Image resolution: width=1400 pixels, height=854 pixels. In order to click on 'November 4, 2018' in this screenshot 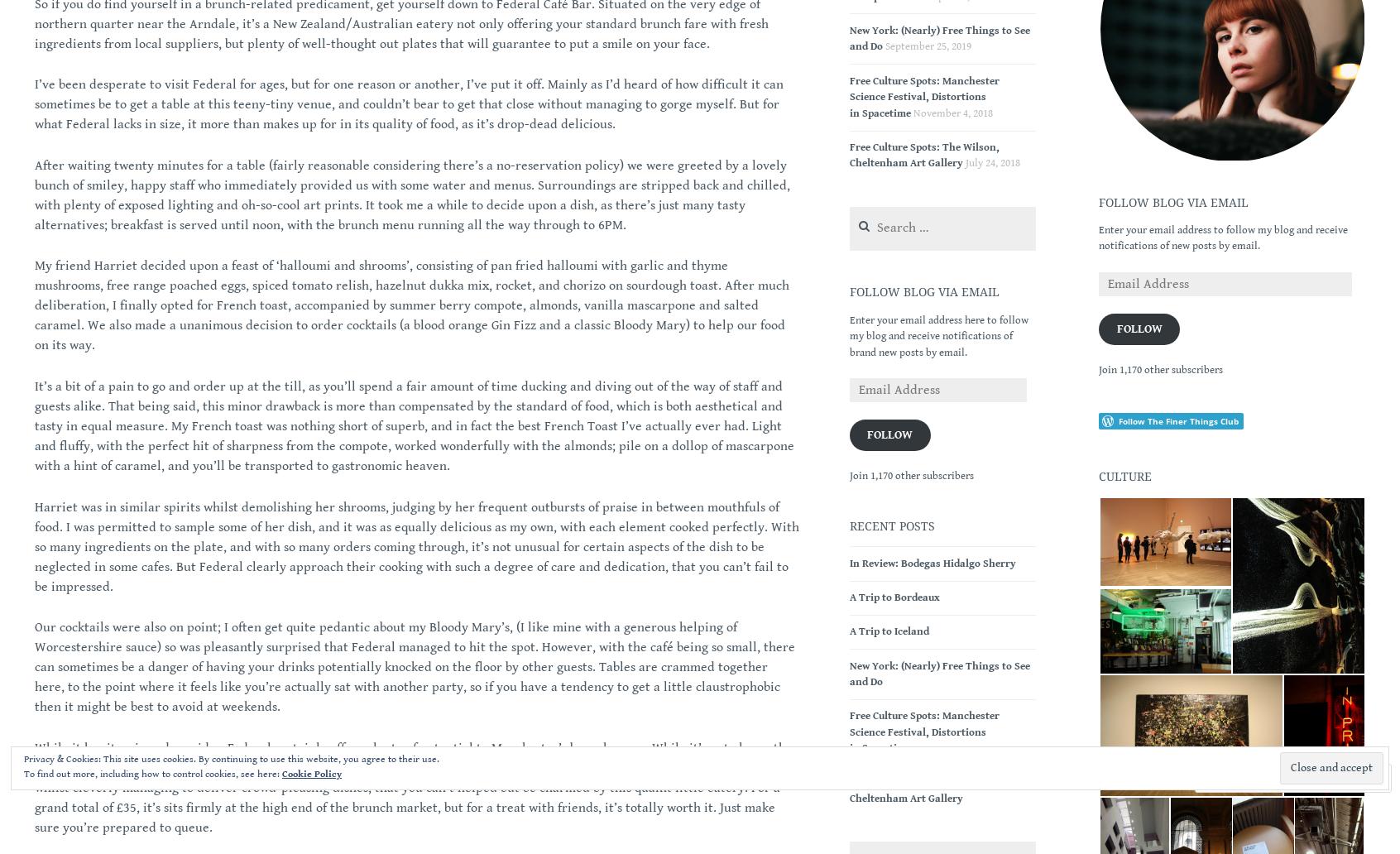, I will do `click(952, 112)`.